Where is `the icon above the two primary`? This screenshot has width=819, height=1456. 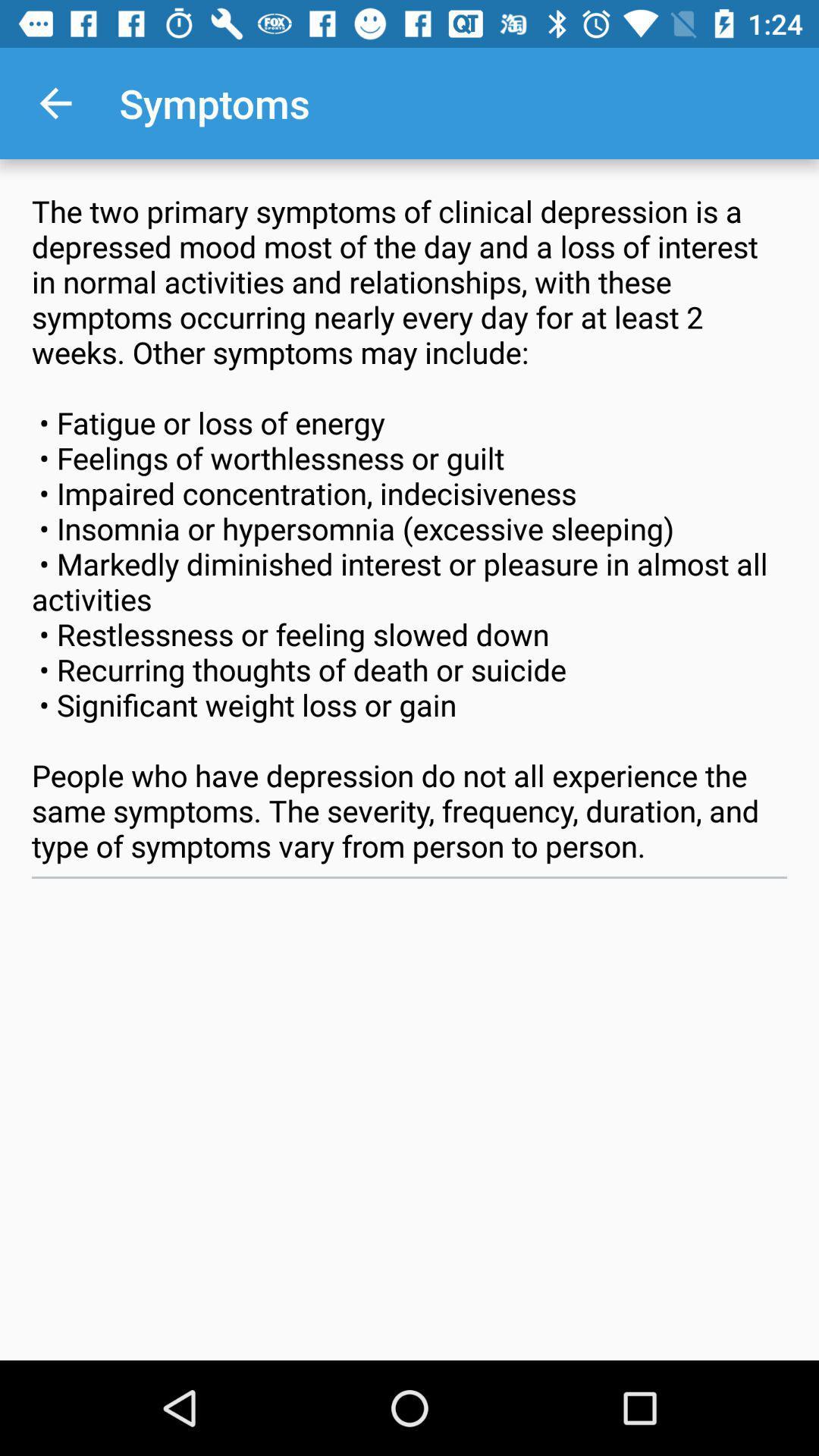 the icon above the two primary is located at coordinates (55, 102).